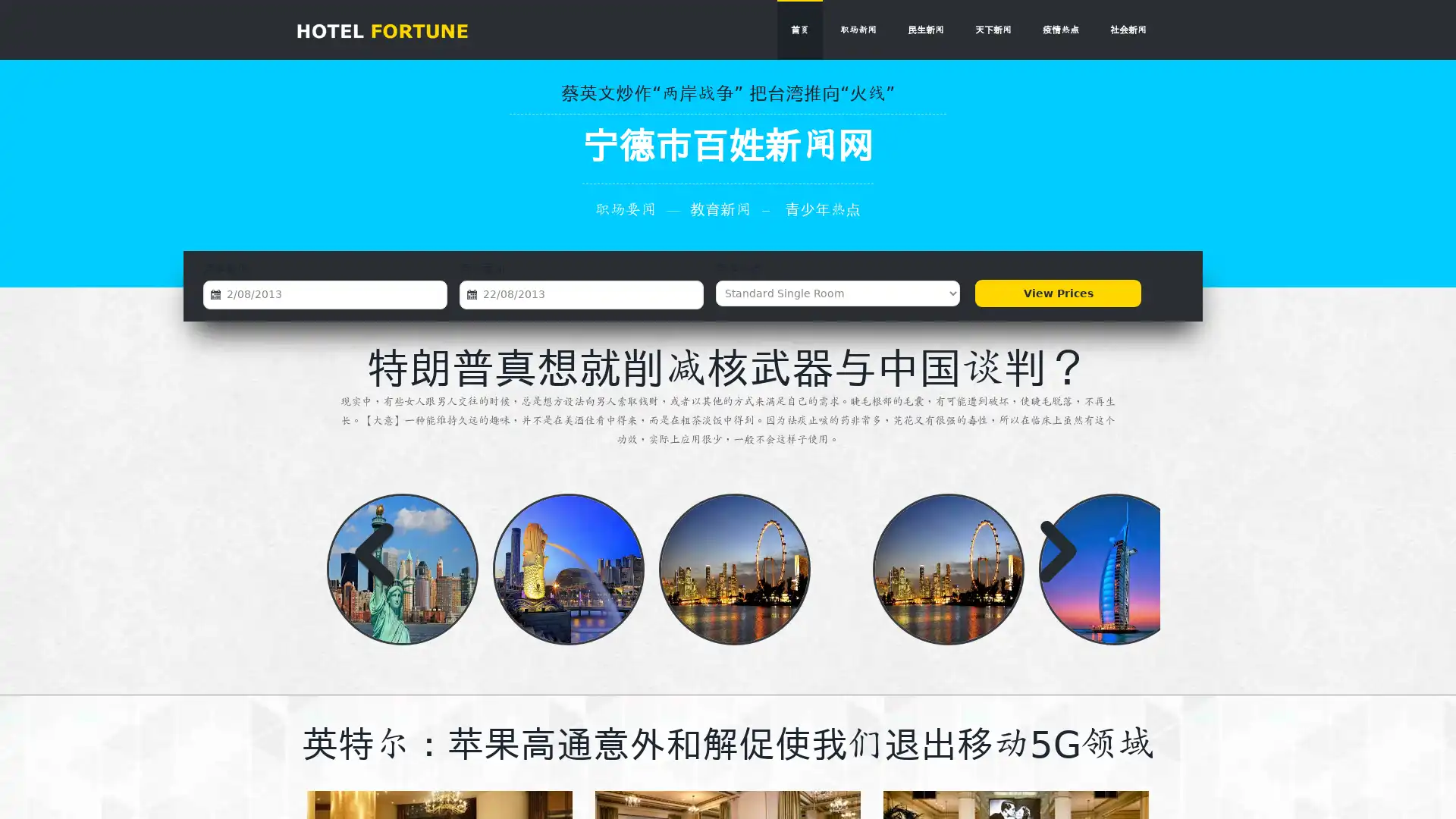 The height and width of the screenshot is (819, 1456). Describe the element at coordinates (1057, 293) in the screenshot. I see `View Prices` at that location.